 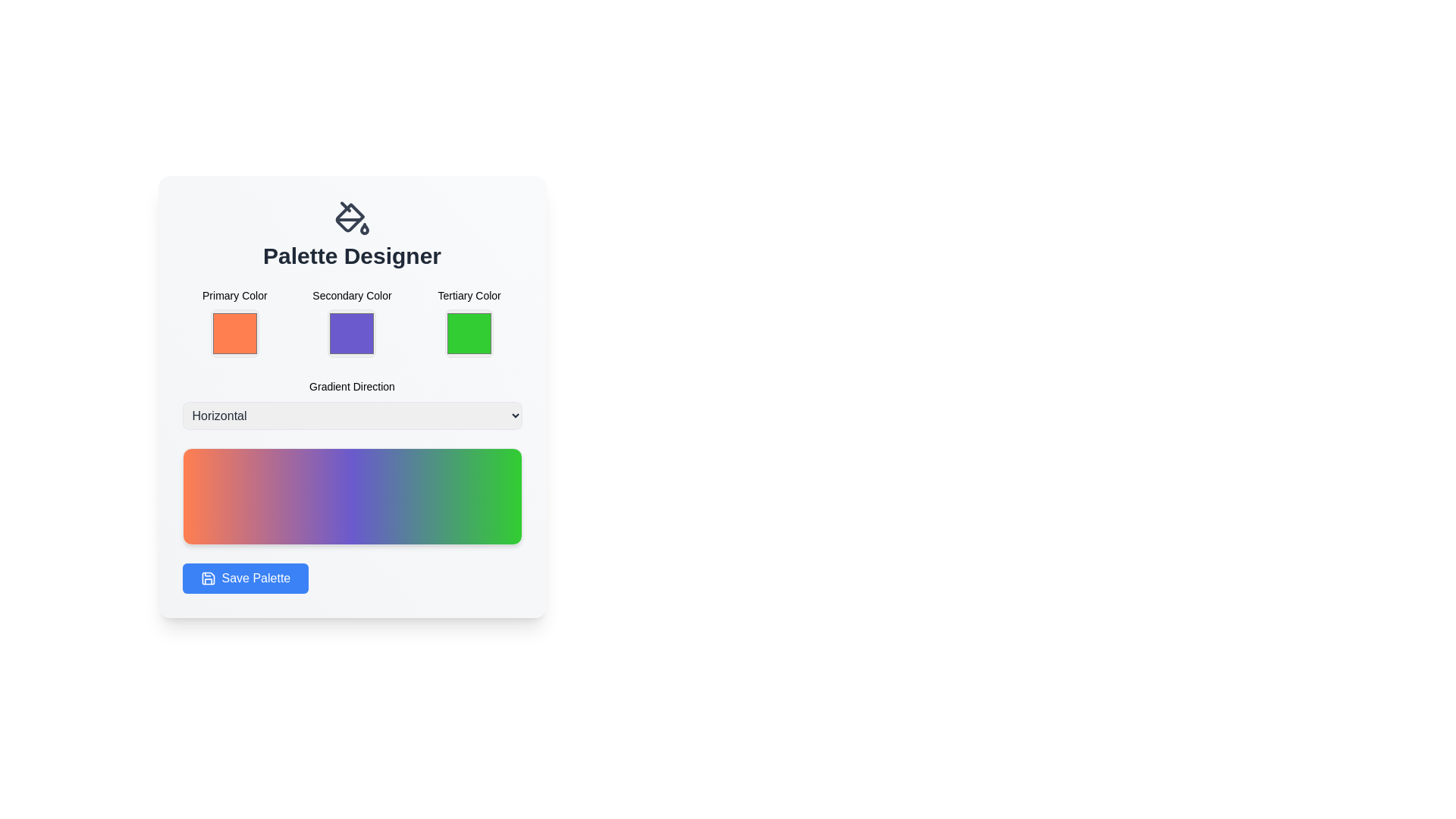 What do you see at coordinates (349, 218) in the screenshot?
I see `the dark gray paint bucket icon located above the 'Palette Designer' title text` at bounding box center [349, 218].